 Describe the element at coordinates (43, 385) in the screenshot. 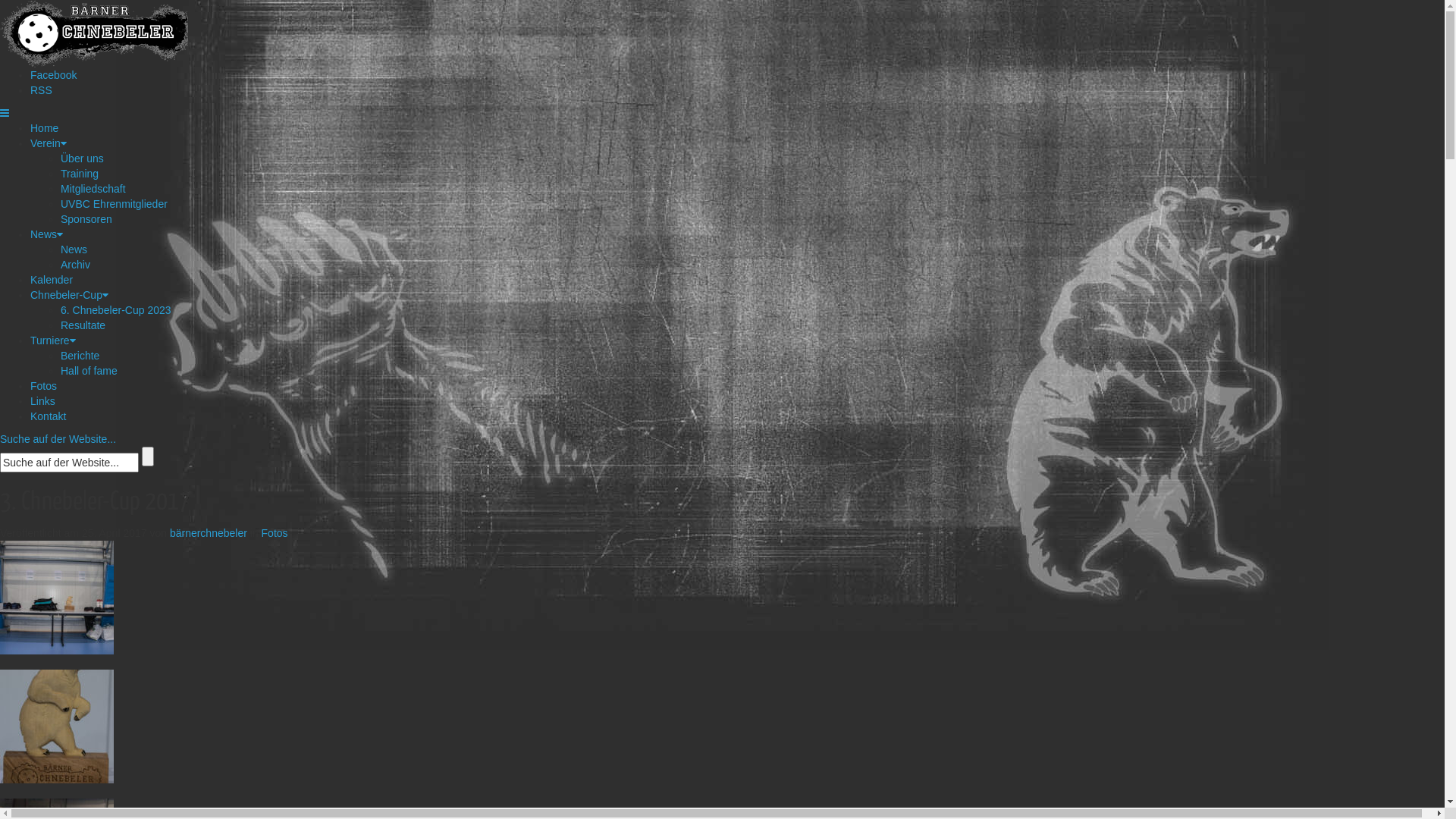

I see `'Fotos'` at that location.